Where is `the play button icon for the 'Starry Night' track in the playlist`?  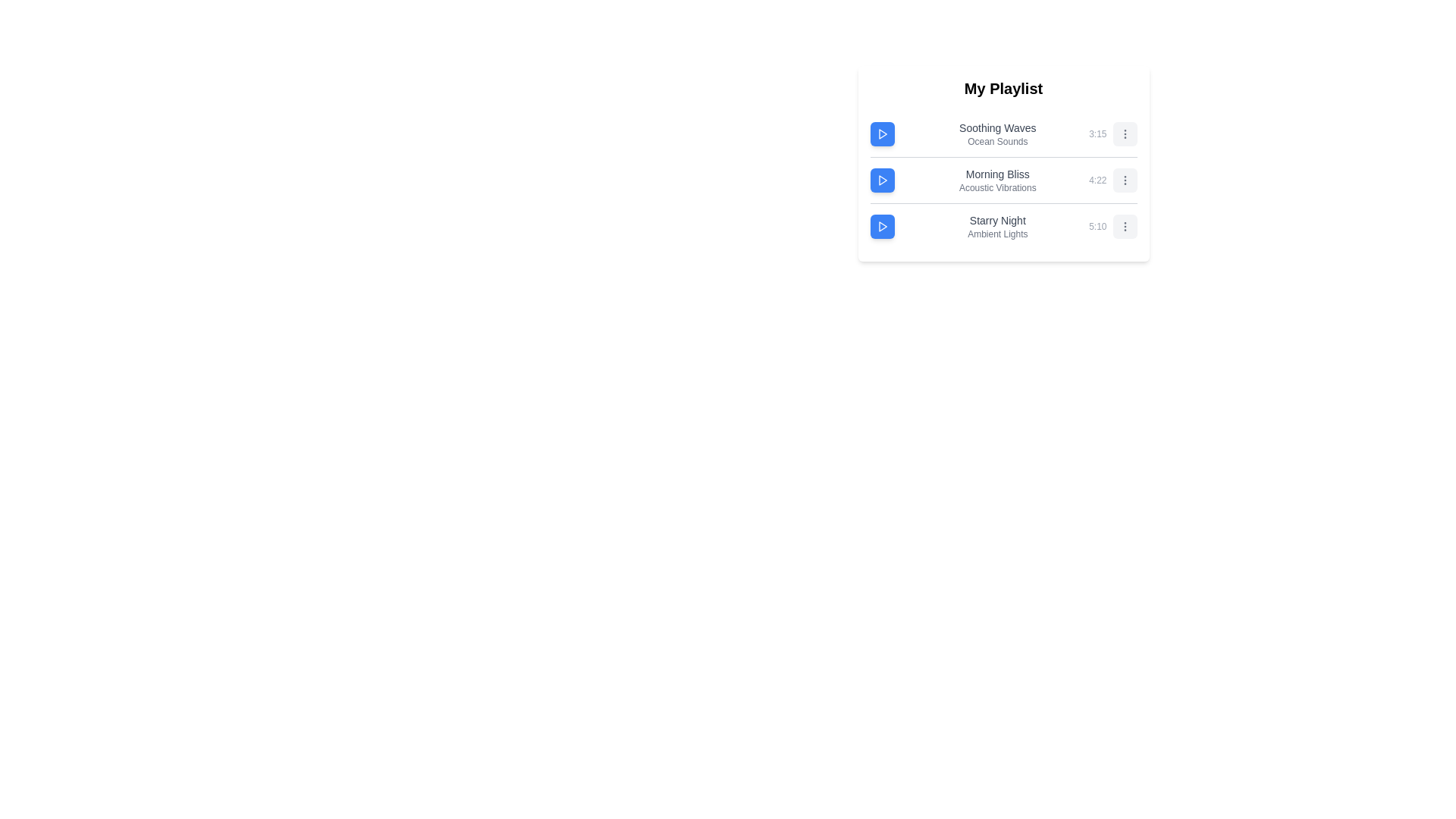
the play button icon for the 'Starry Night' track in the playlist is located at coordinates (883, 227).